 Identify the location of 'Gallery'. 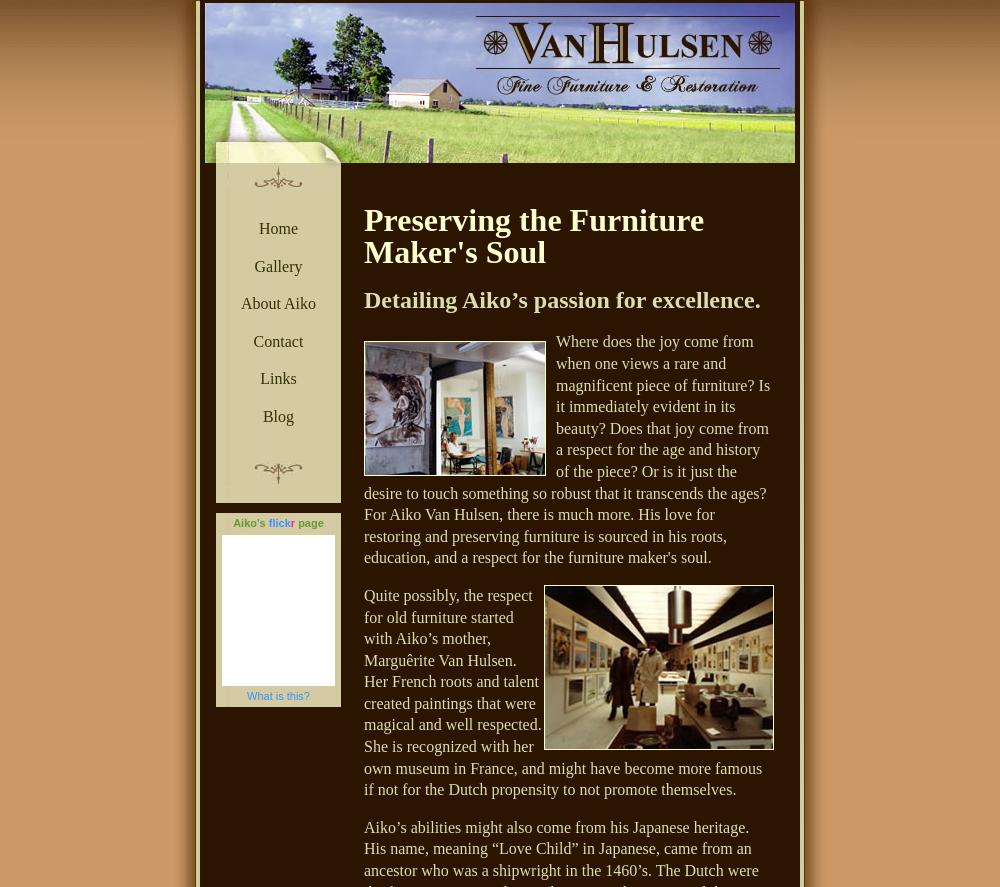
(254, 264).